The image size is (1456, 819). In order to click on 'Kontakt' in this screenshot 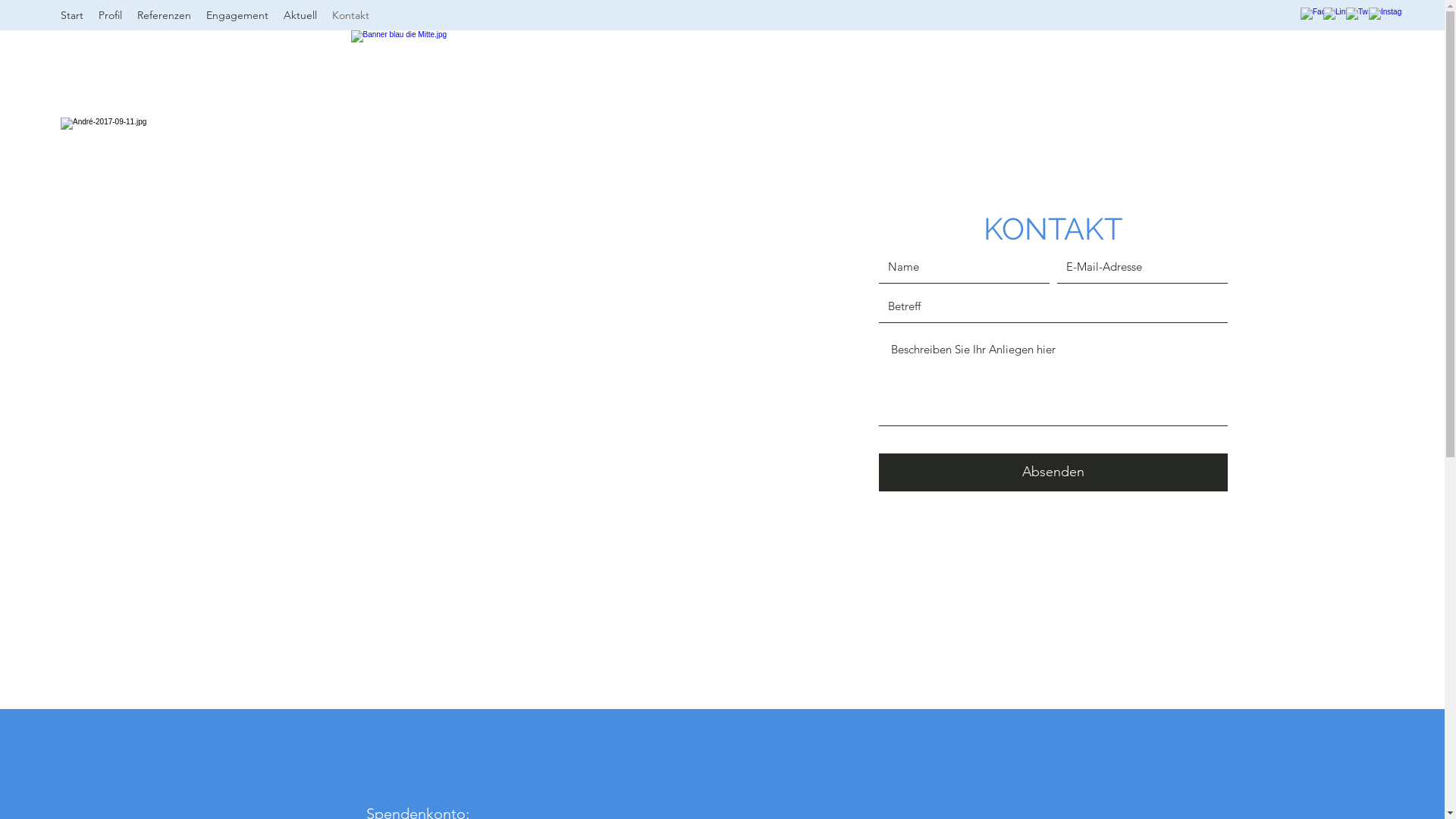, I will do `click(350, 14)`.